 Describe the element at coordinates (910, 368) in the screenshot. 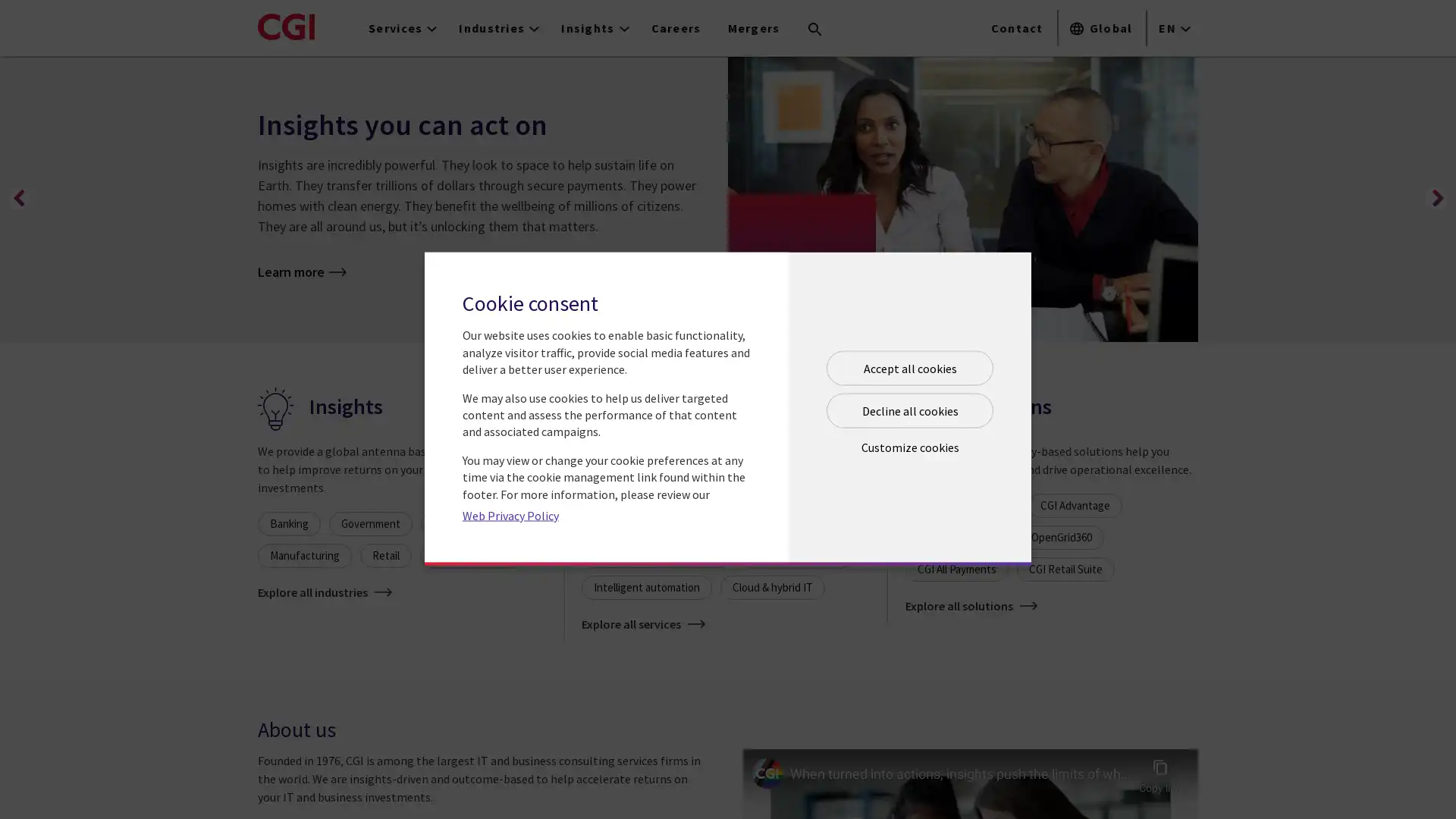

I see `Accept all cookies` at that location.